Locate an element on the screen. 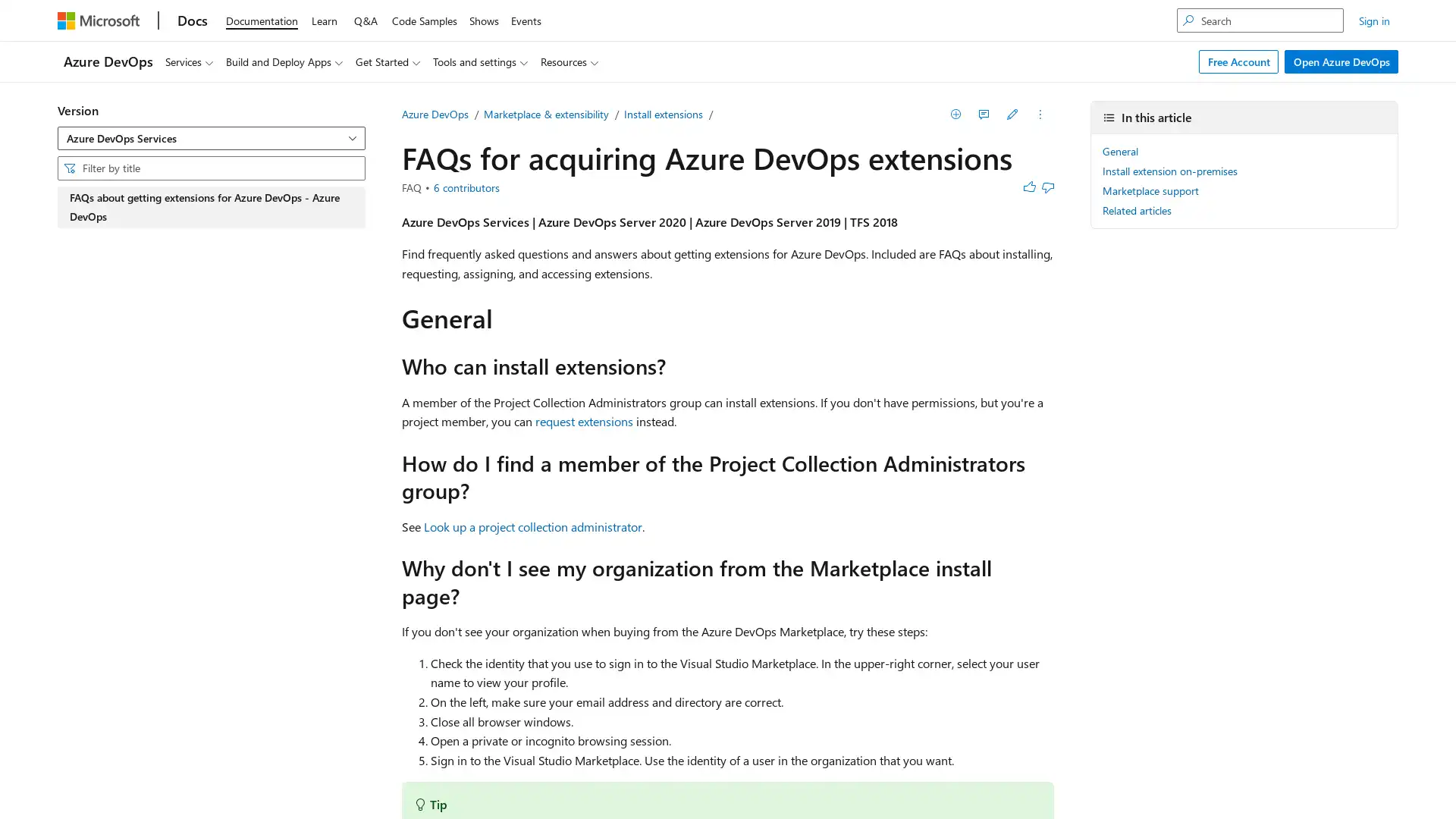 Image resolution: width=1456 pixels, height=819 pixels. Services is located at coordinates (188, 61).